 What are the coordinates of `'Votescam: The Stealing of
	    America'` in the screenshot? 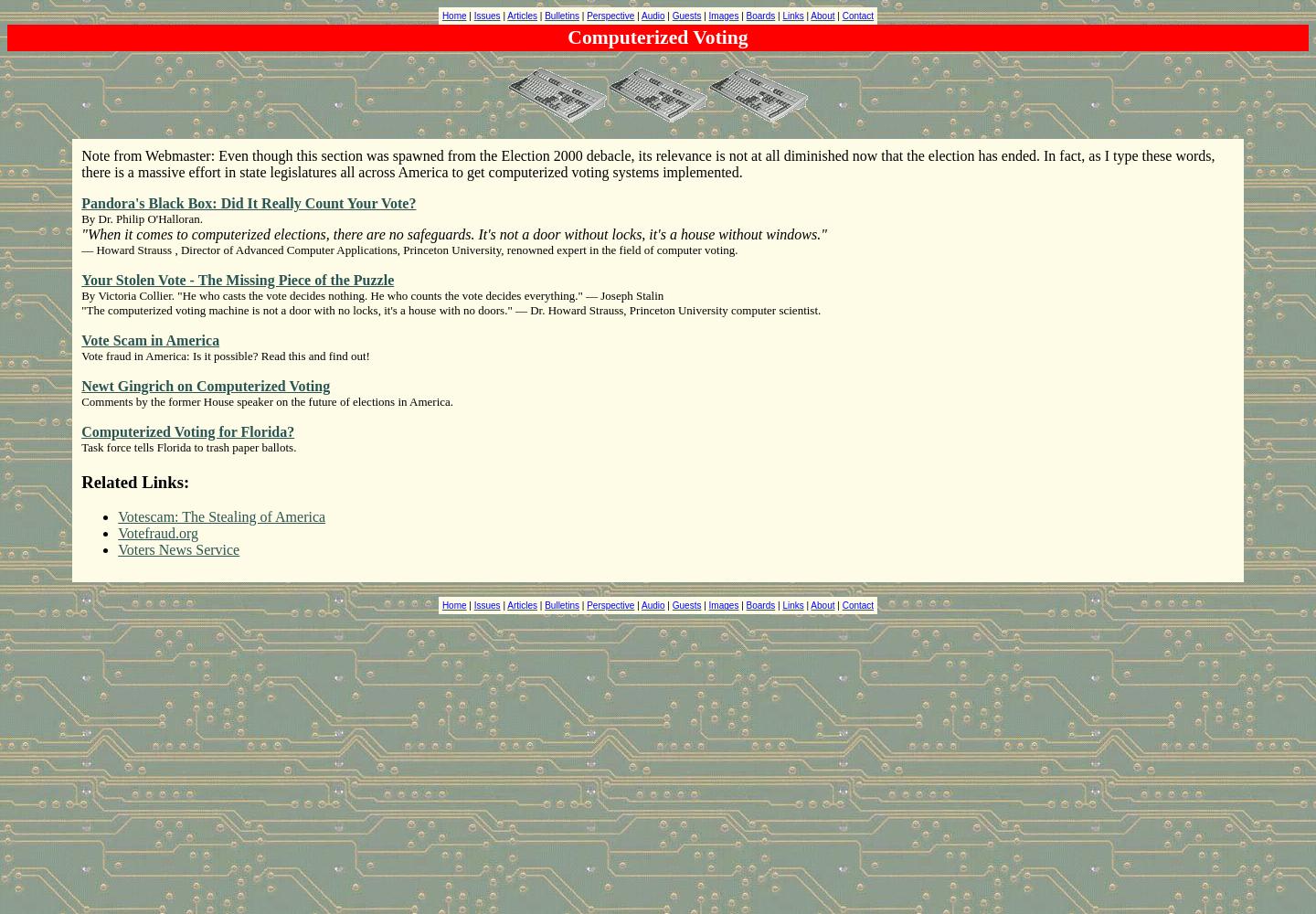 It's located at (117, 515).